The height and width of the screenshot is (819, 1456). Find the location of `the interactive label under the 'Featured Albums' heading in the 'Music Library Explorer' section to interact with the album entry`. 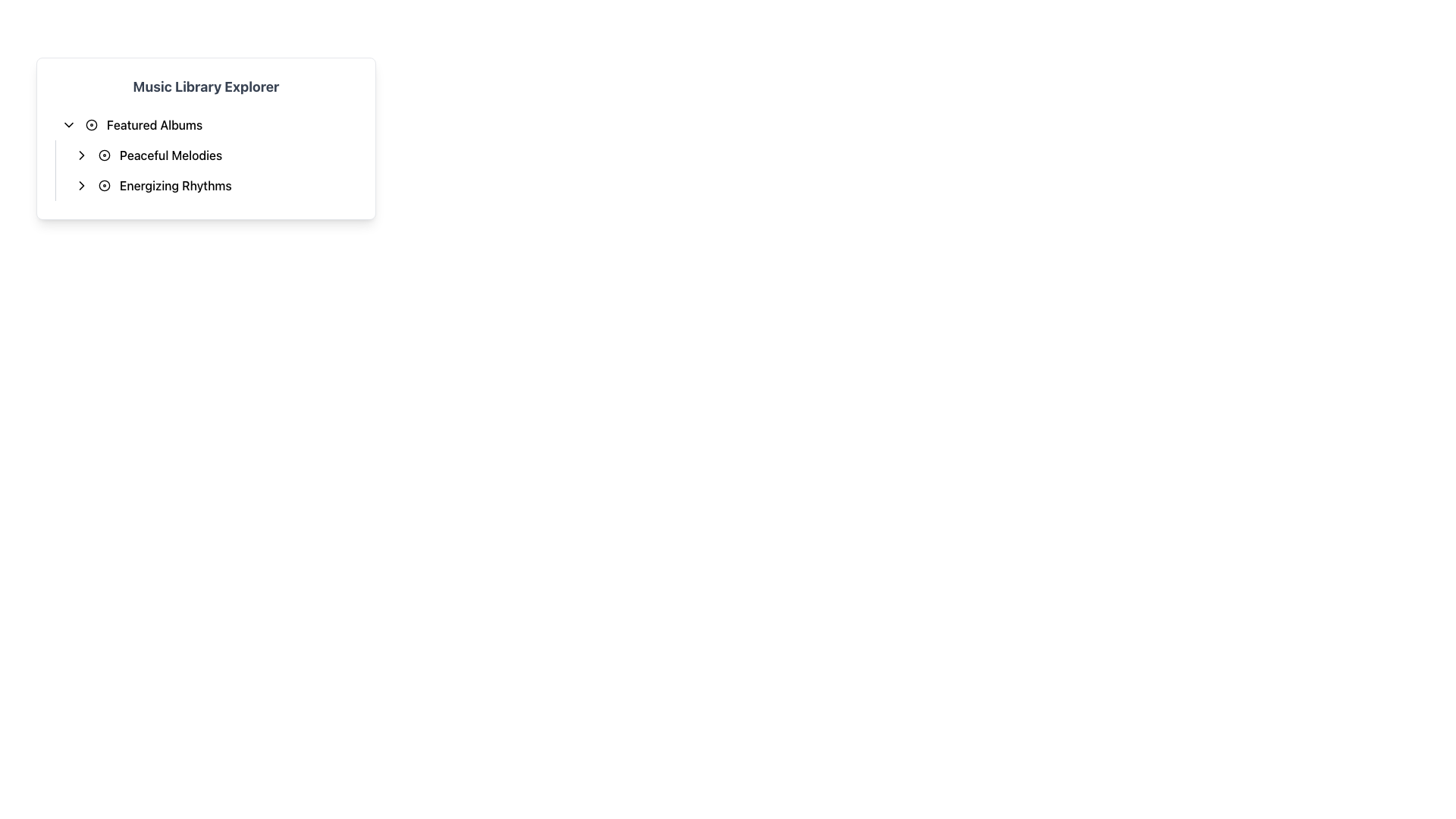

the interactive label under the 'Featured Albums' heading in the 'Music Library Explorer' section to interact with the album entry is located at coordinates (206, 155).